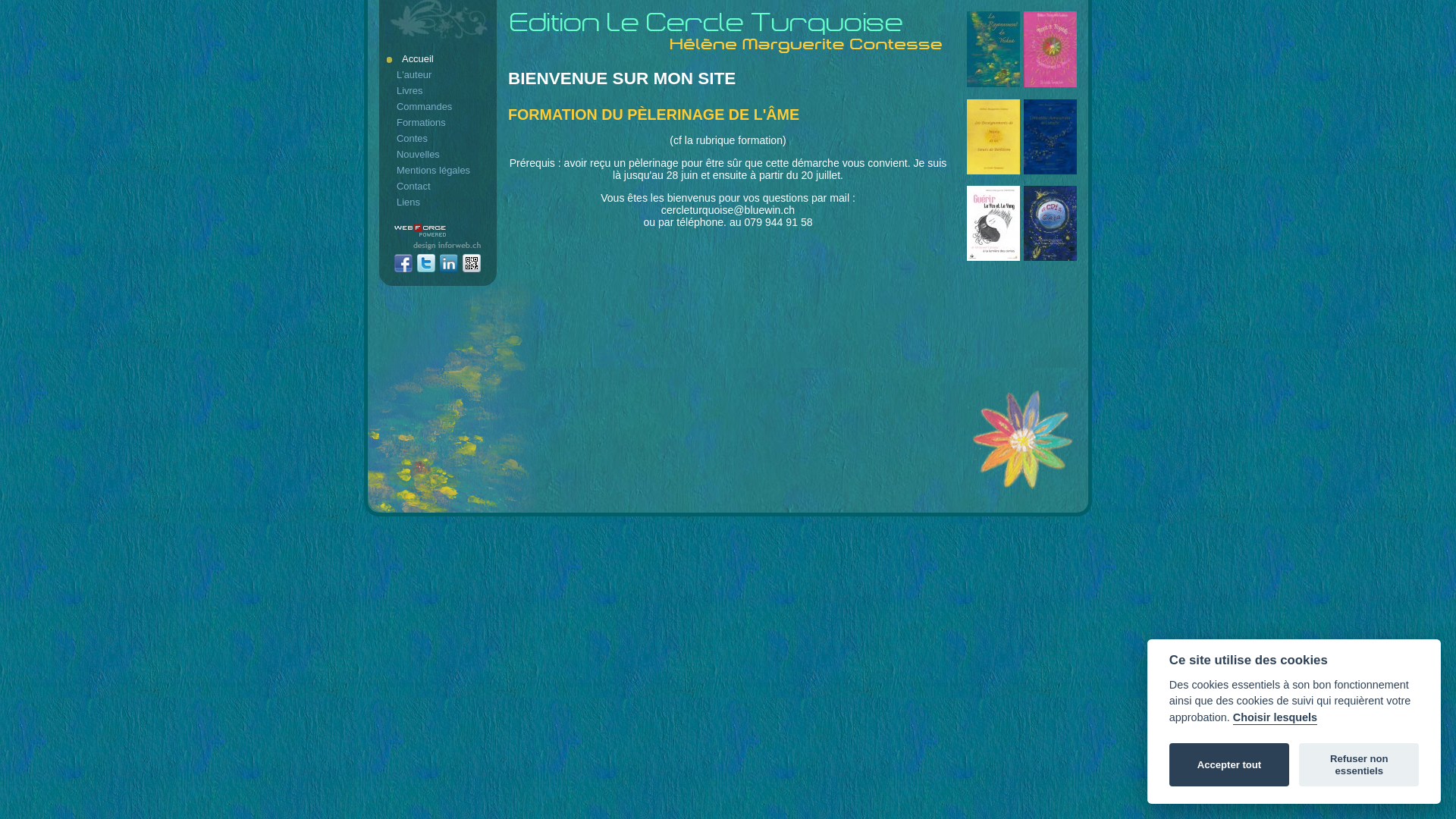 The width and height of the screenshot is (1456, 819). I want to click on 'Afficher le QR-Code', so click(461, 263).